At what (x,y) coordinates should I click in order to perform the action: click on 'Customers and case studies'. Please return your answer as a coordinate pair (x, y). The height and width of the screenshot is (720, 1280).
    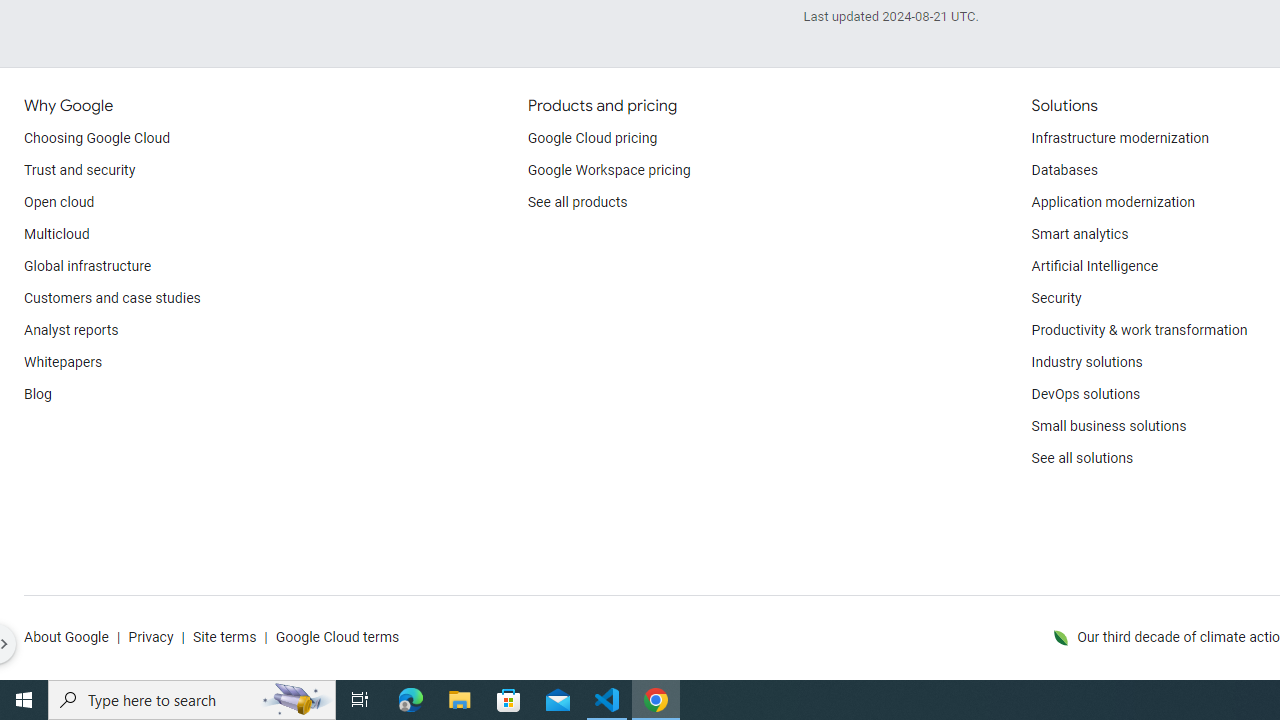
    Looking at the image, I should click on (111, 299).